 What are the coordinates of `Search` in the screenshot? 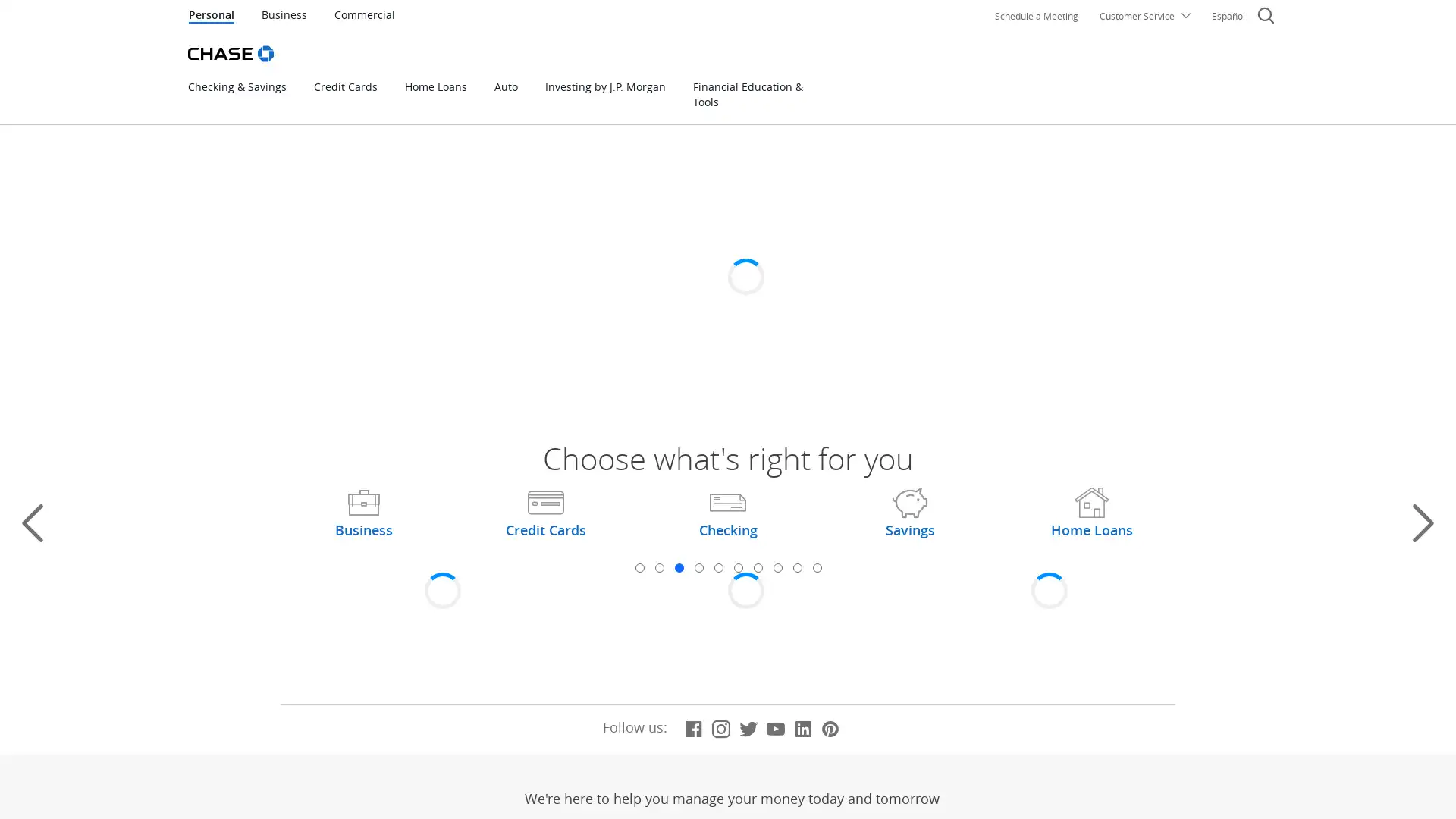 It's located at (1266, 17).